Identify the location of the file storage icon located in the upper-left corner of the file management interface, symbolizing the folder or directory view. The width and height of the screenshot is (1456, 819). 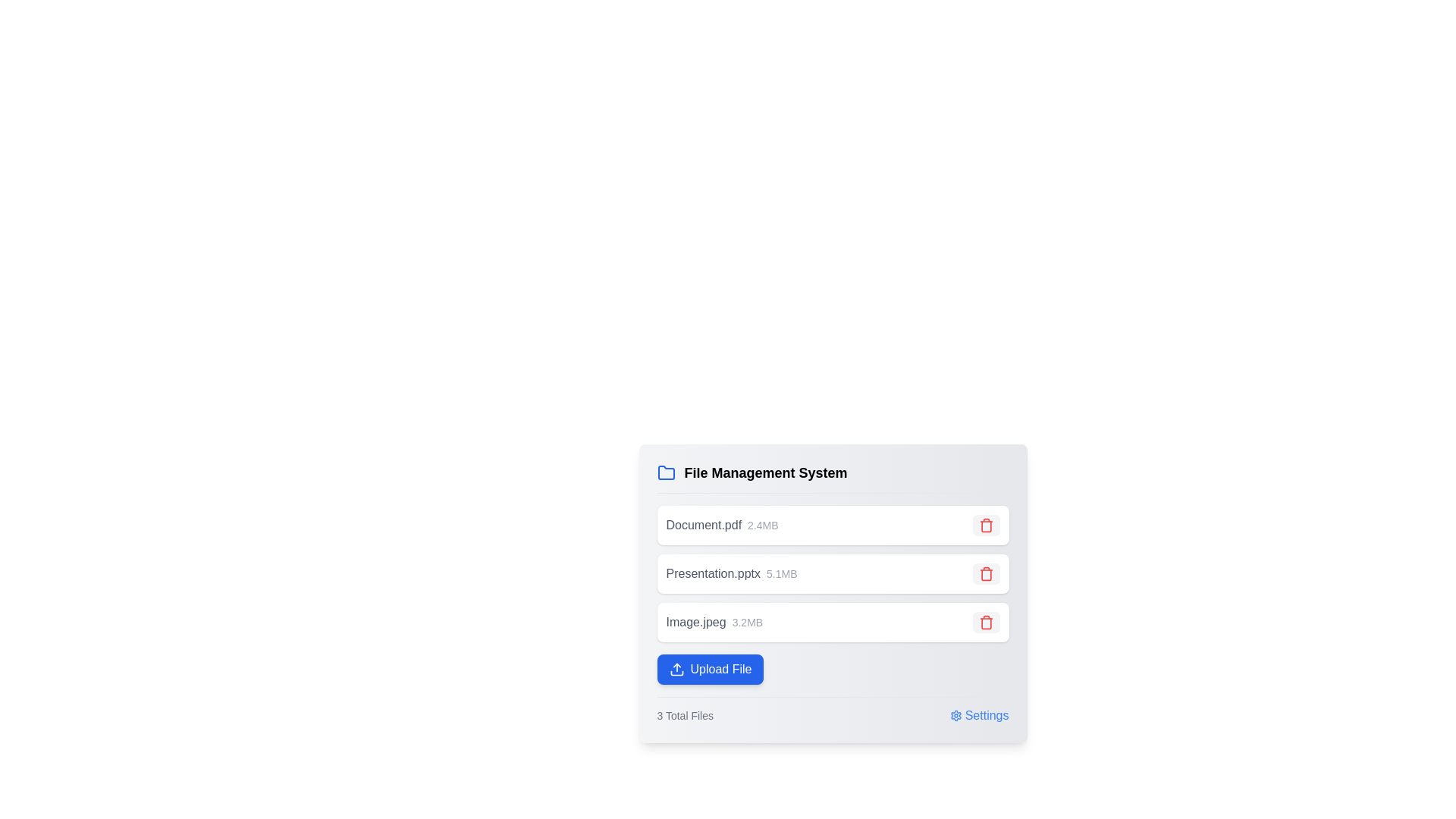
(666, 472).